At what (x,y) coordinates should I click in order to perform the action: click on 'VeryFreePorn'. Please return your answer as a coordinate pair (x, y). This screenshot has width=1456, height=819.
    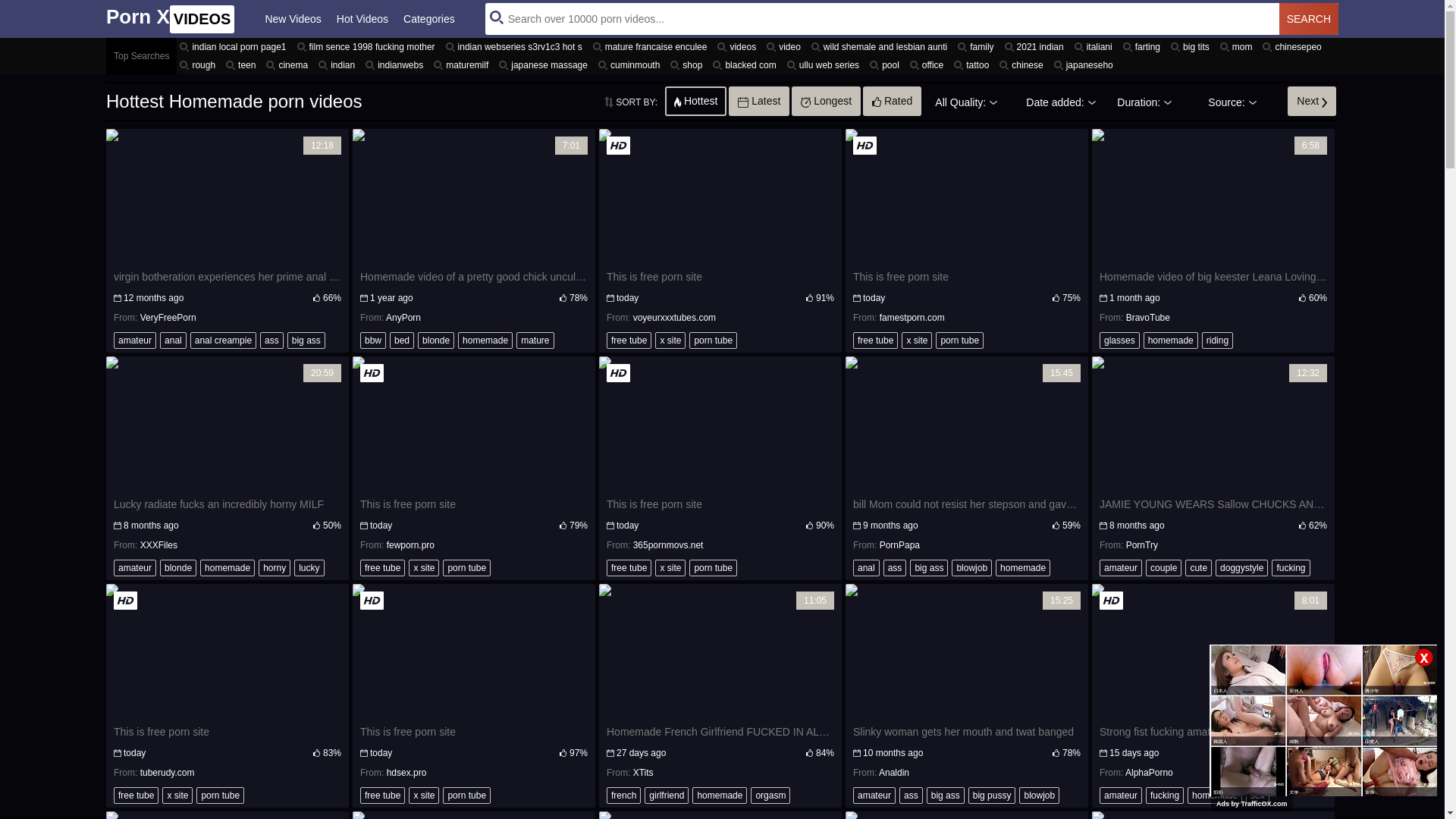
    Looking at the image, I should click on (140, 317).